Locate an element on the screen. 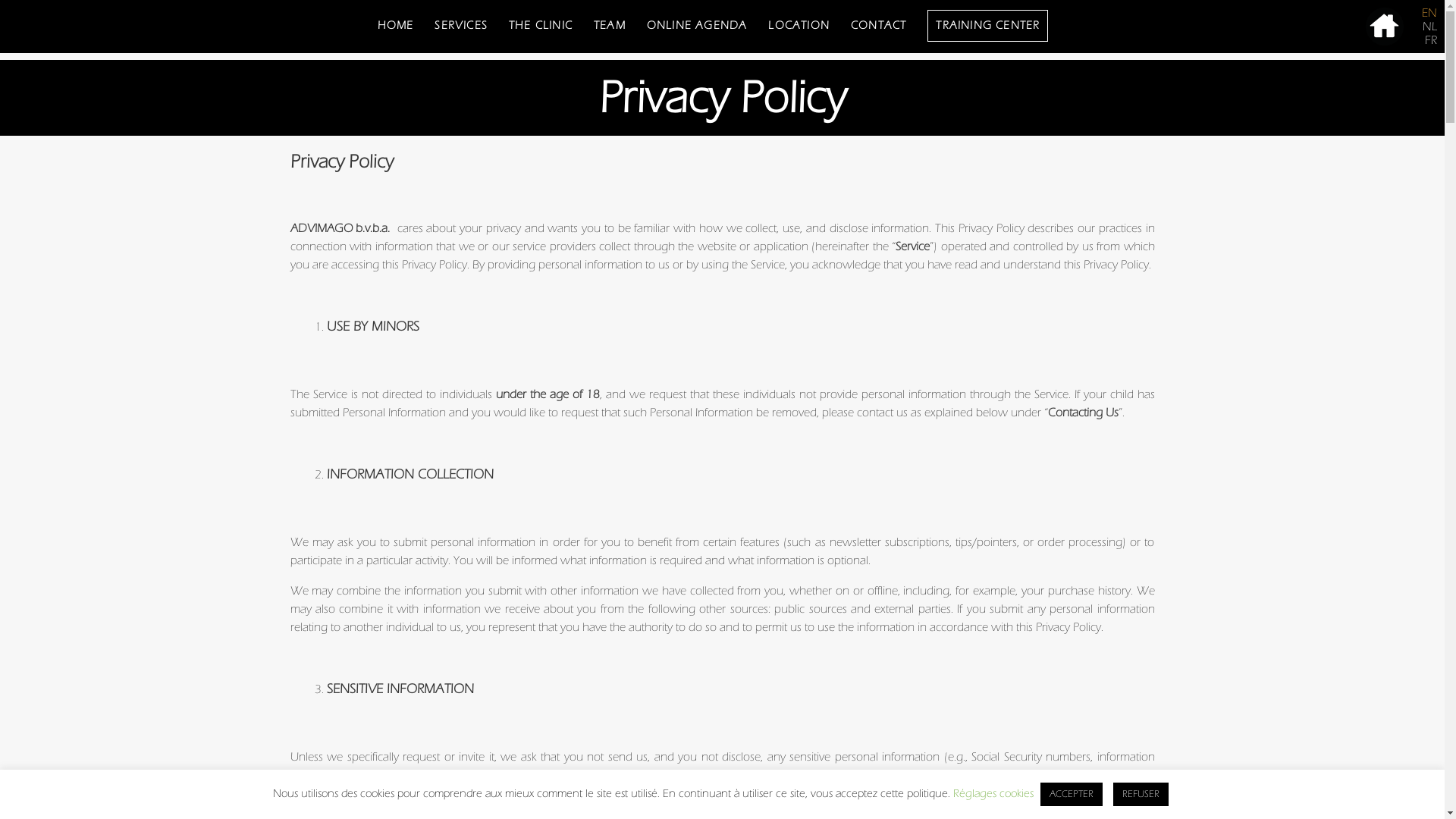  'CONTACT' is located at coordinates (878, 24).